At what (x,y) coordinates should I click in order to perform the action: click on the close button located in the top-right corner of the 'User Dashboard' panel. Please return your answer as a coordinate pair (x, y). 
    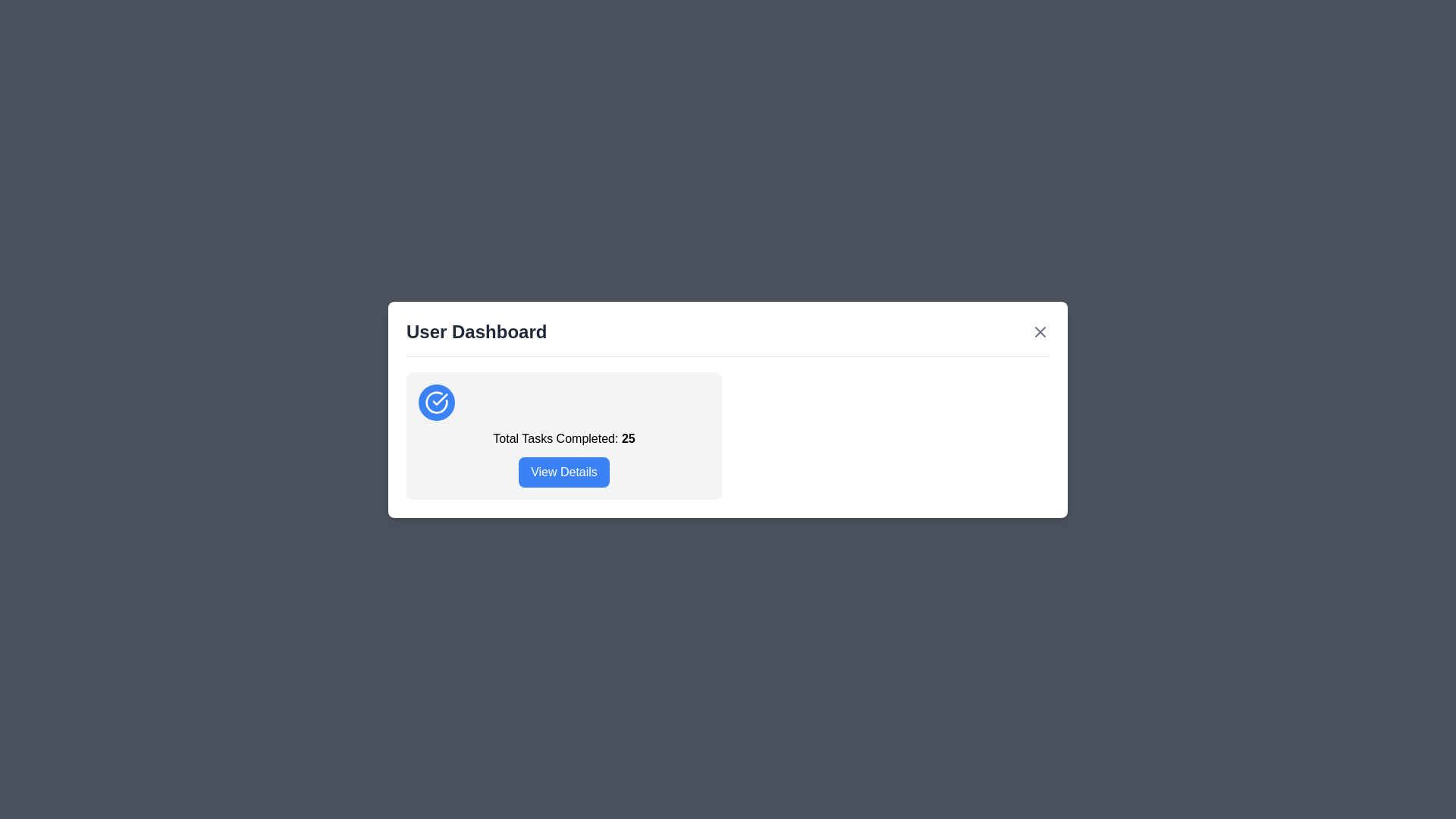
    Looking at the image, I should click on (1040, 331).